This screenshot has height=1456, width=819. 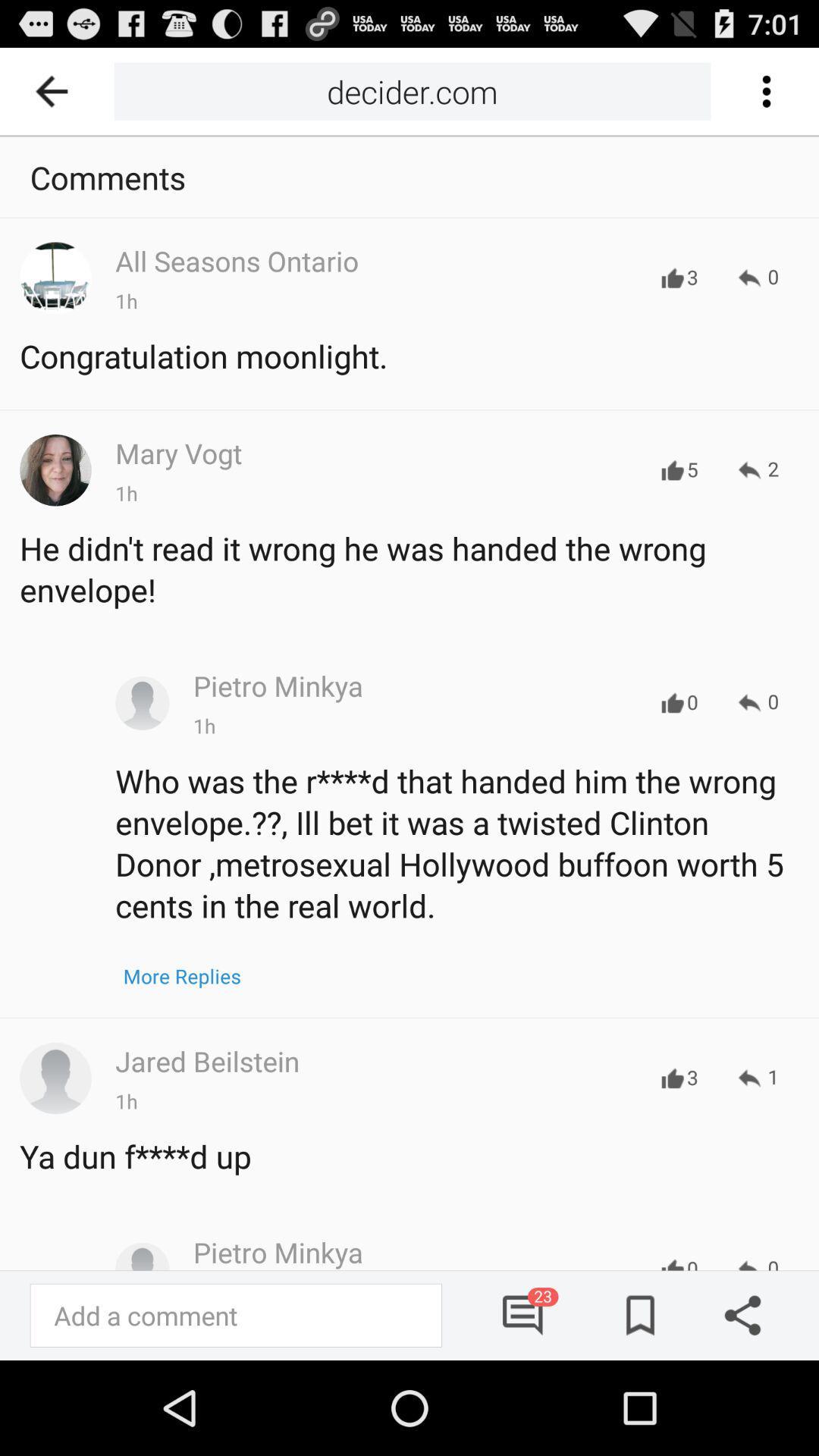 What do you see at coordinates (522, 1314) in the screenshot?
I see `the notification icon at the bottom` at bounding box center [522, 1314].